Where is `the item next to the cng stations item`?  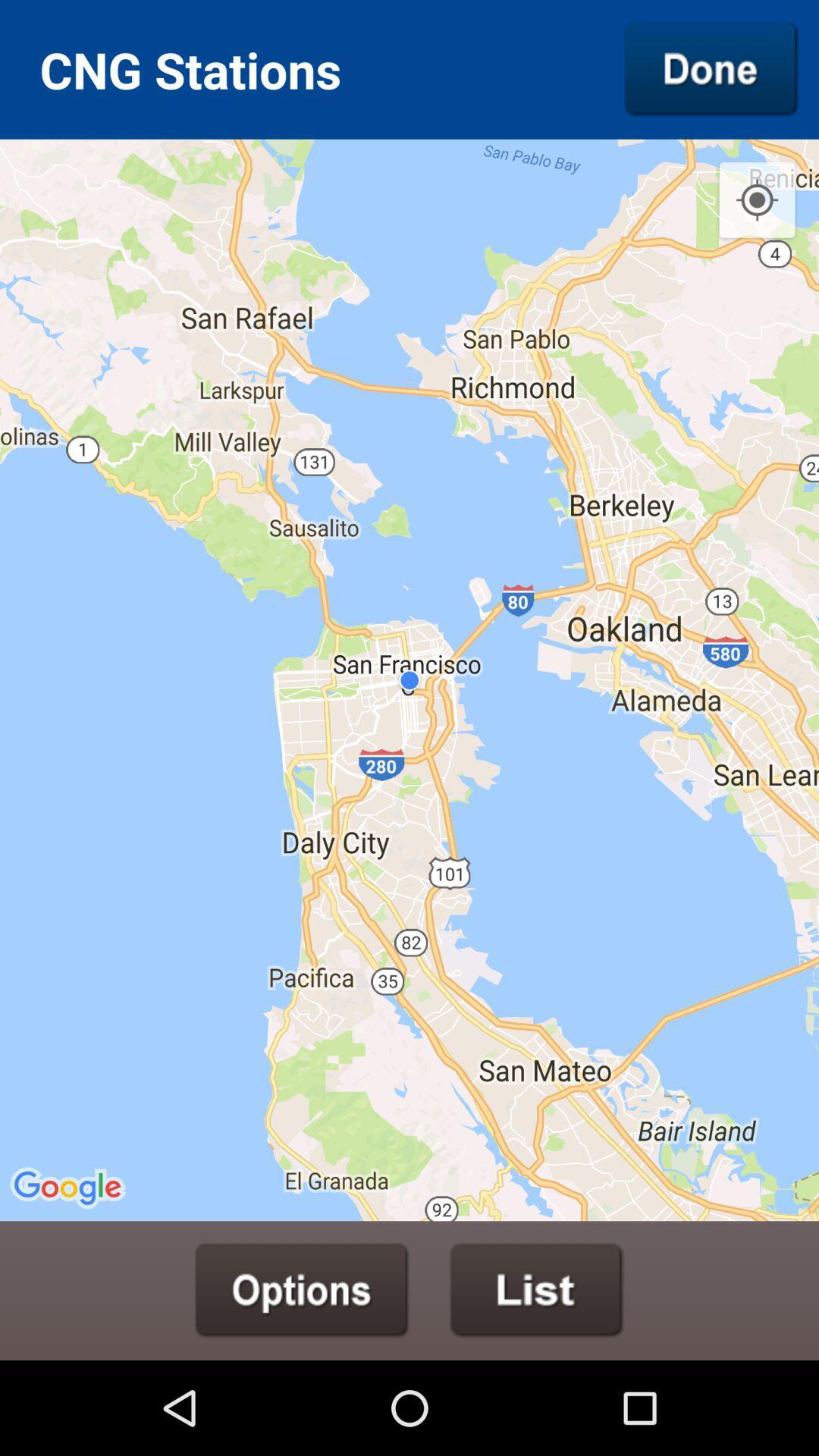 the item next to the cng stations item is located at coordinates (711, 68).